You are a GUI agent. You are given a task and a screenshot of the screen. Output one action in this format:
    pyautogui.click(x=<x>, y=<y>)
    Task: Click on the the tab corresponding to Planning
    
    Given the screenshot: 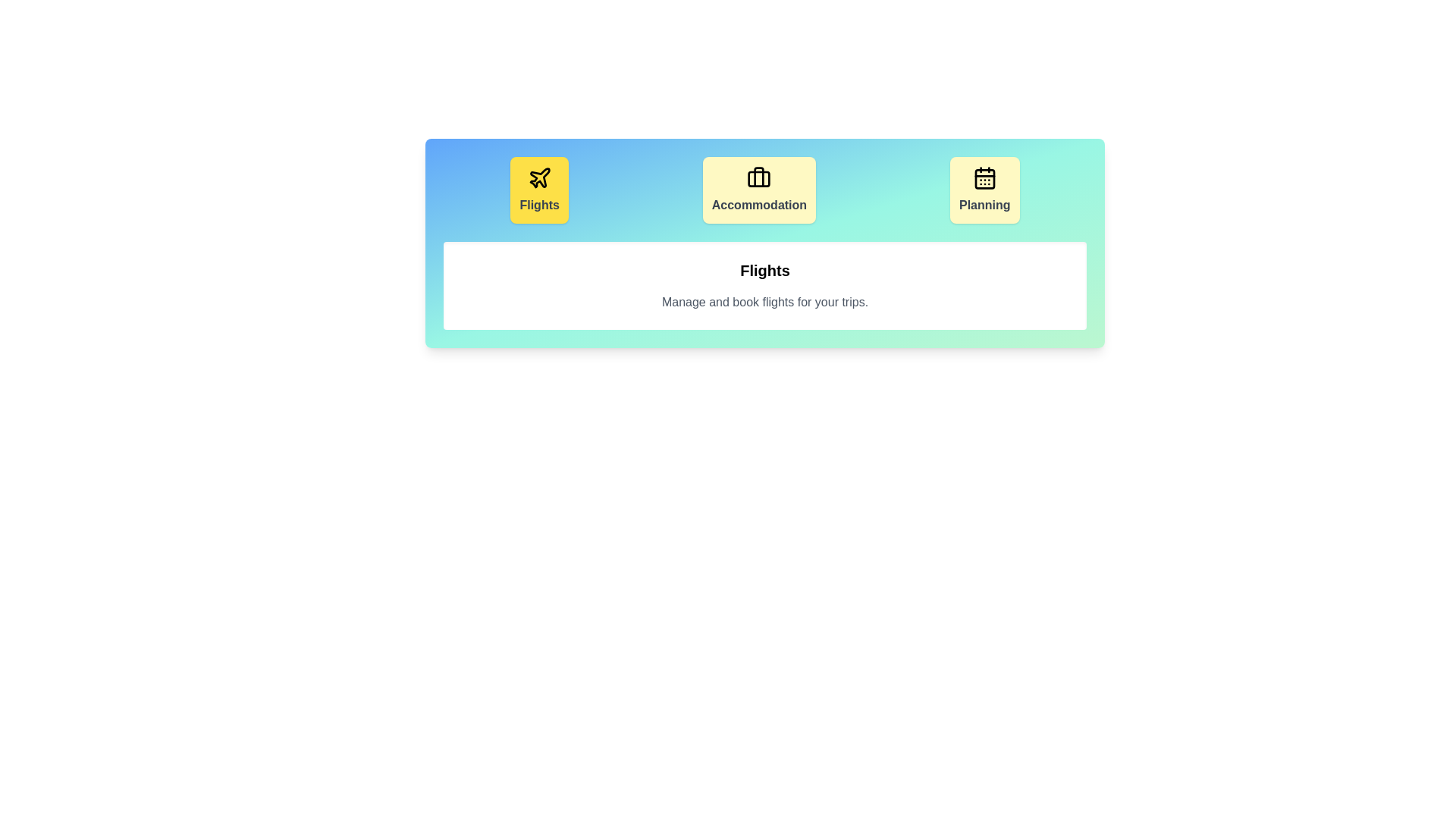 What is the action you would take?
    pyautogui.click(x=984, y=189)
    